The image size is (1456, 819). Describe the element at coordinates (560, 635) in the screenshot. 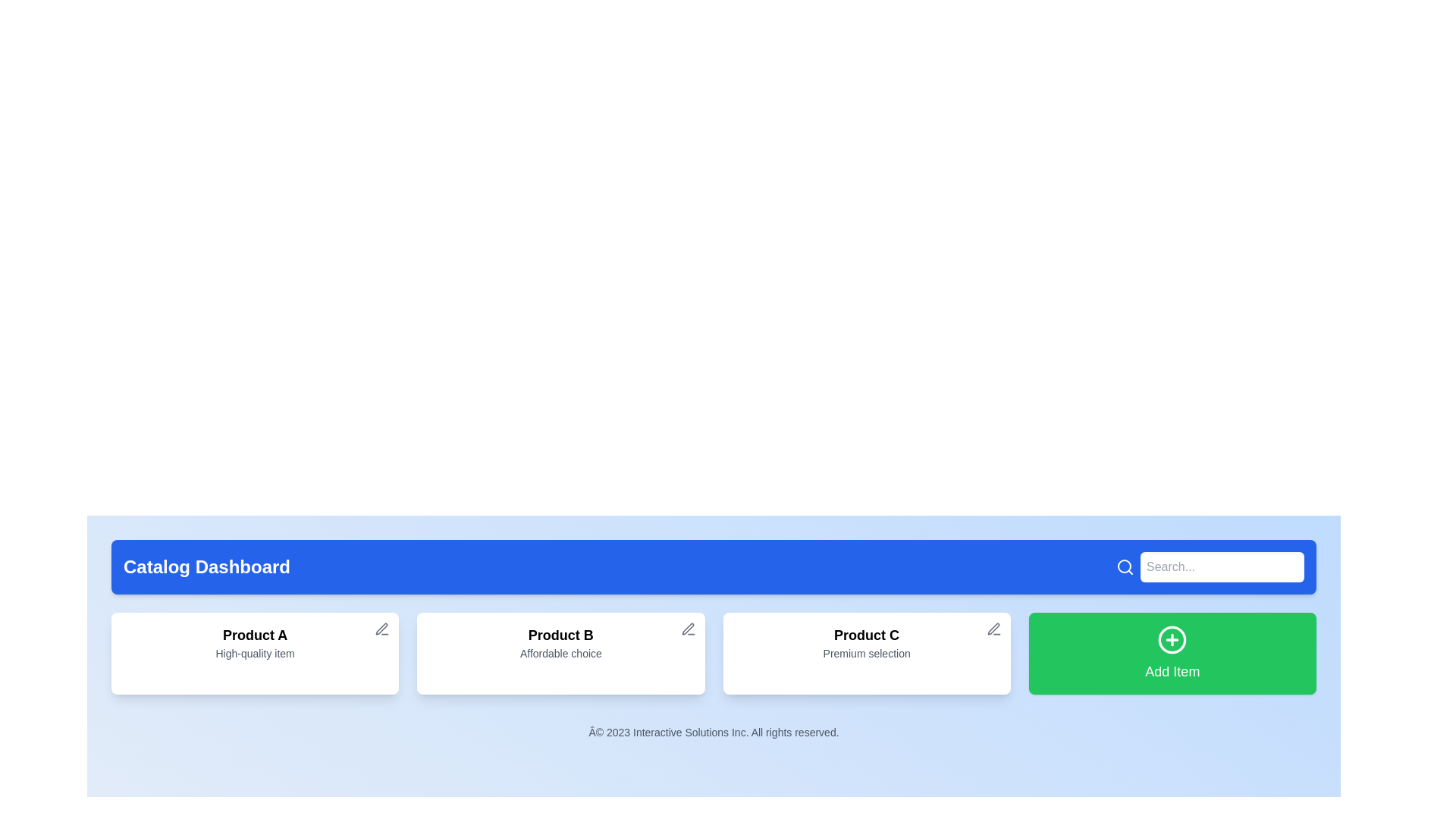

I see `title label for 'Product B' which is located at the center of the card labeled 'Product B Affordable choice'` at that location.